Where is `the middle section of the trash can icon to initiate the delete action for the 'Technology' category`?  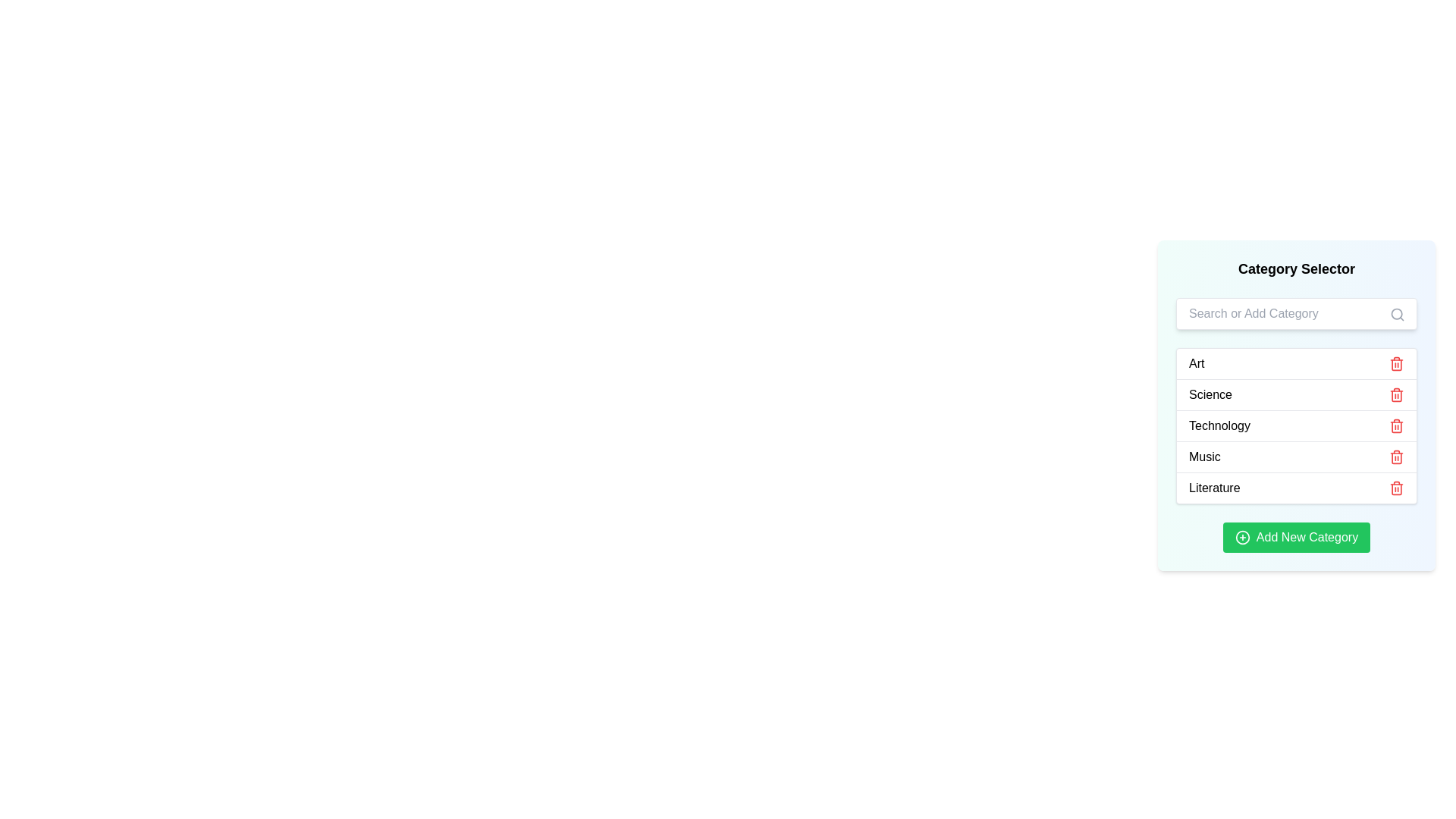 the middle section of the trash can icon to initiate the delete action for the 'Technology' category is located at coordinates (1396, 427).